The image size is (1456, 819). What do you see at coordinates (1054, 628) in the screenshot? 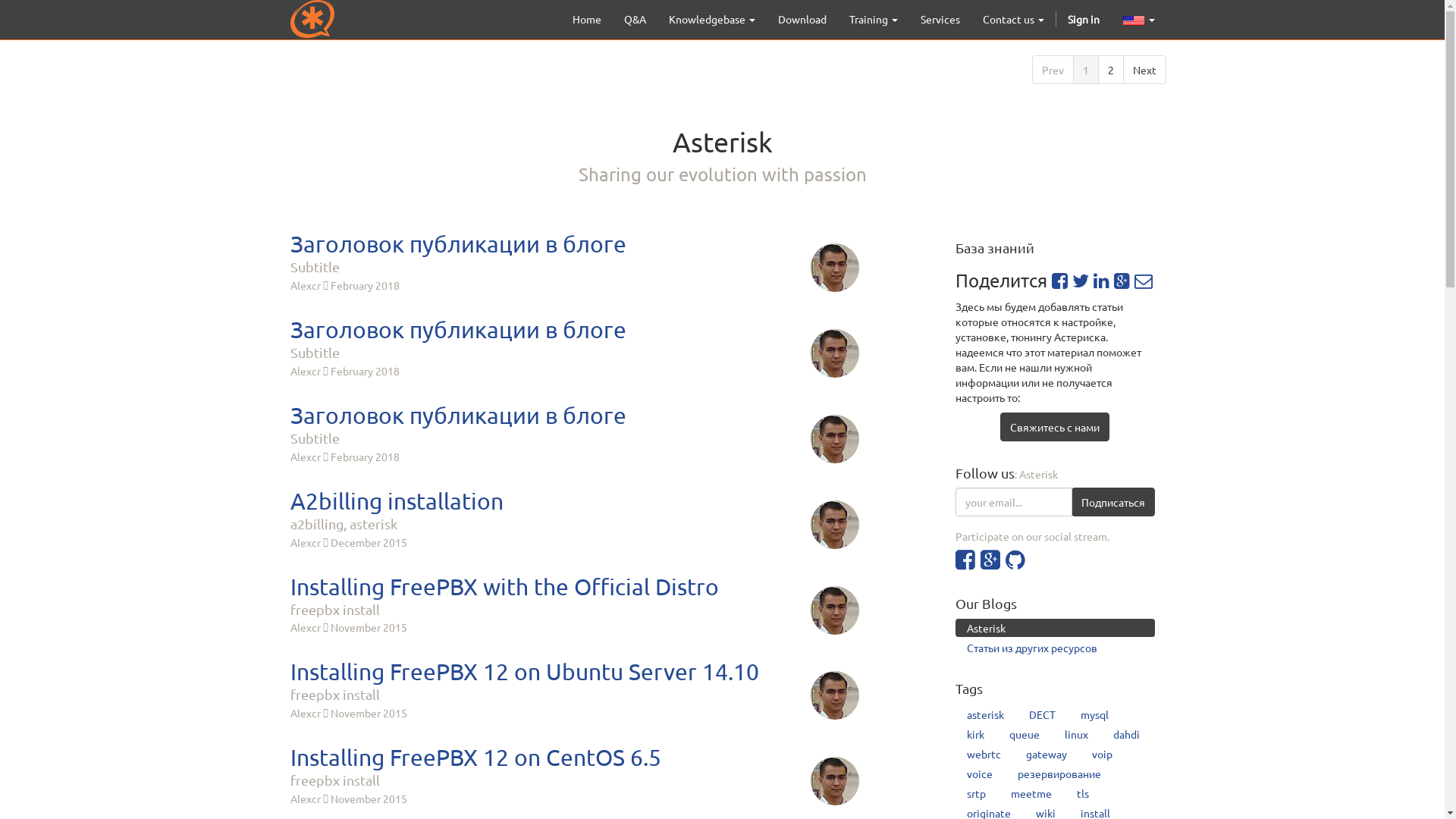
I see `'Asterisk'` at bounding box center [1054, 628].